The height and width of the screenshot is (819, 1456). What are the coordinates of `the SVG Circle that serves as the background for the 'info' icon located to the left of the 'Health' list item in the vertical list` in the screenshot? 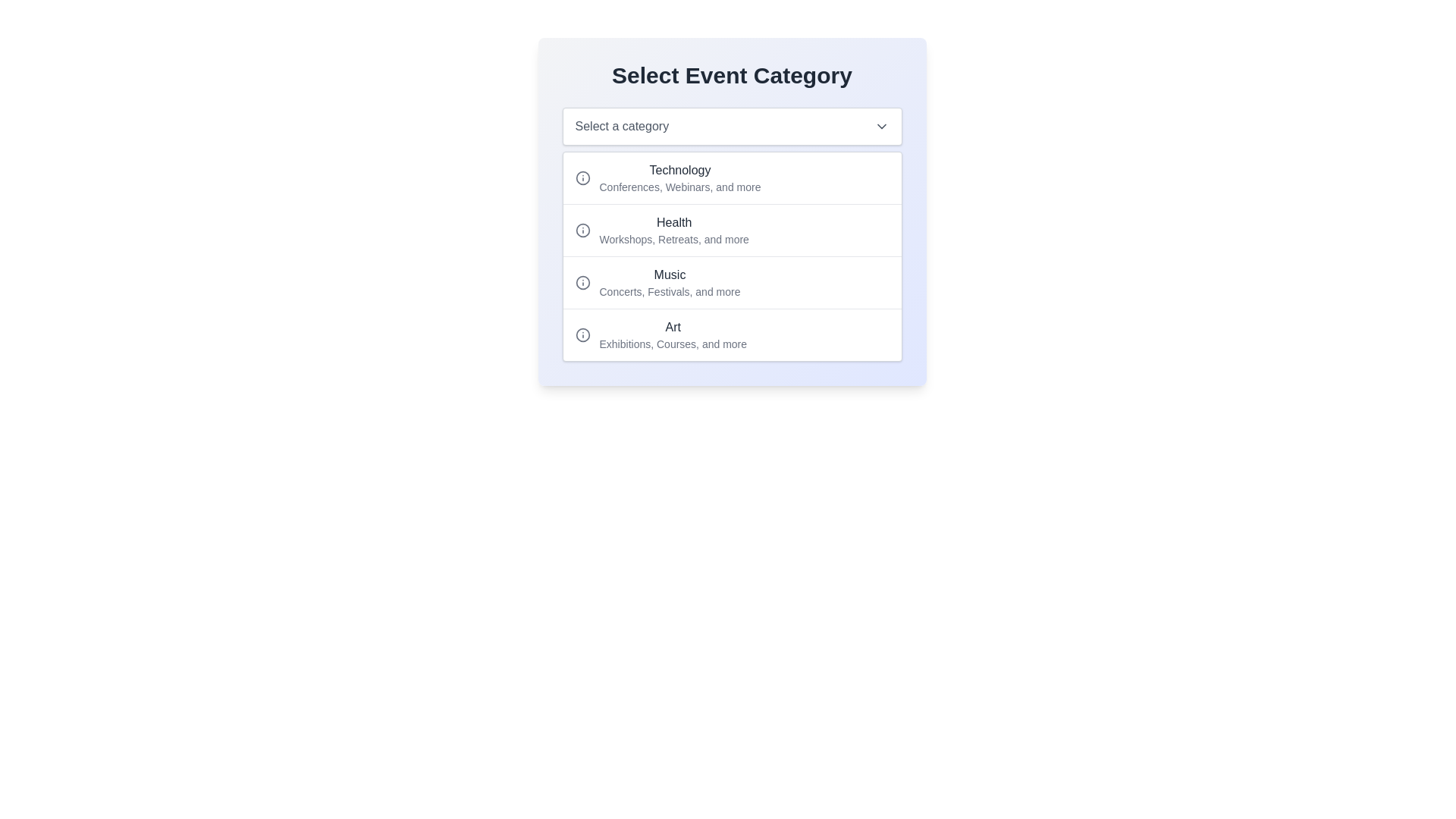 It's located at (582, 231).